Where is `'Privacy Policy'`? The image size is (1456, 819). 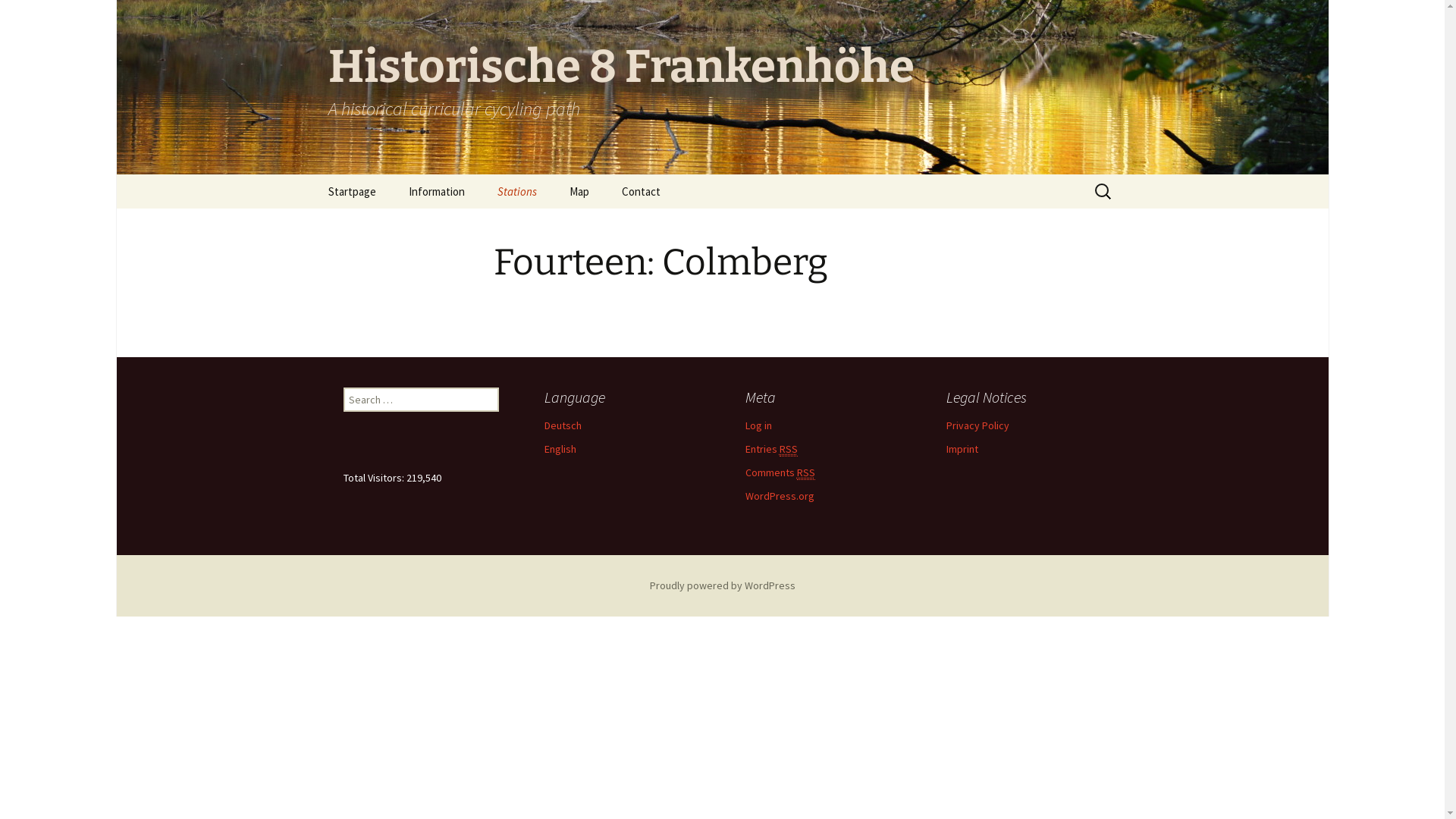
'Privacy Policy' is located at coordinates (946, 425).